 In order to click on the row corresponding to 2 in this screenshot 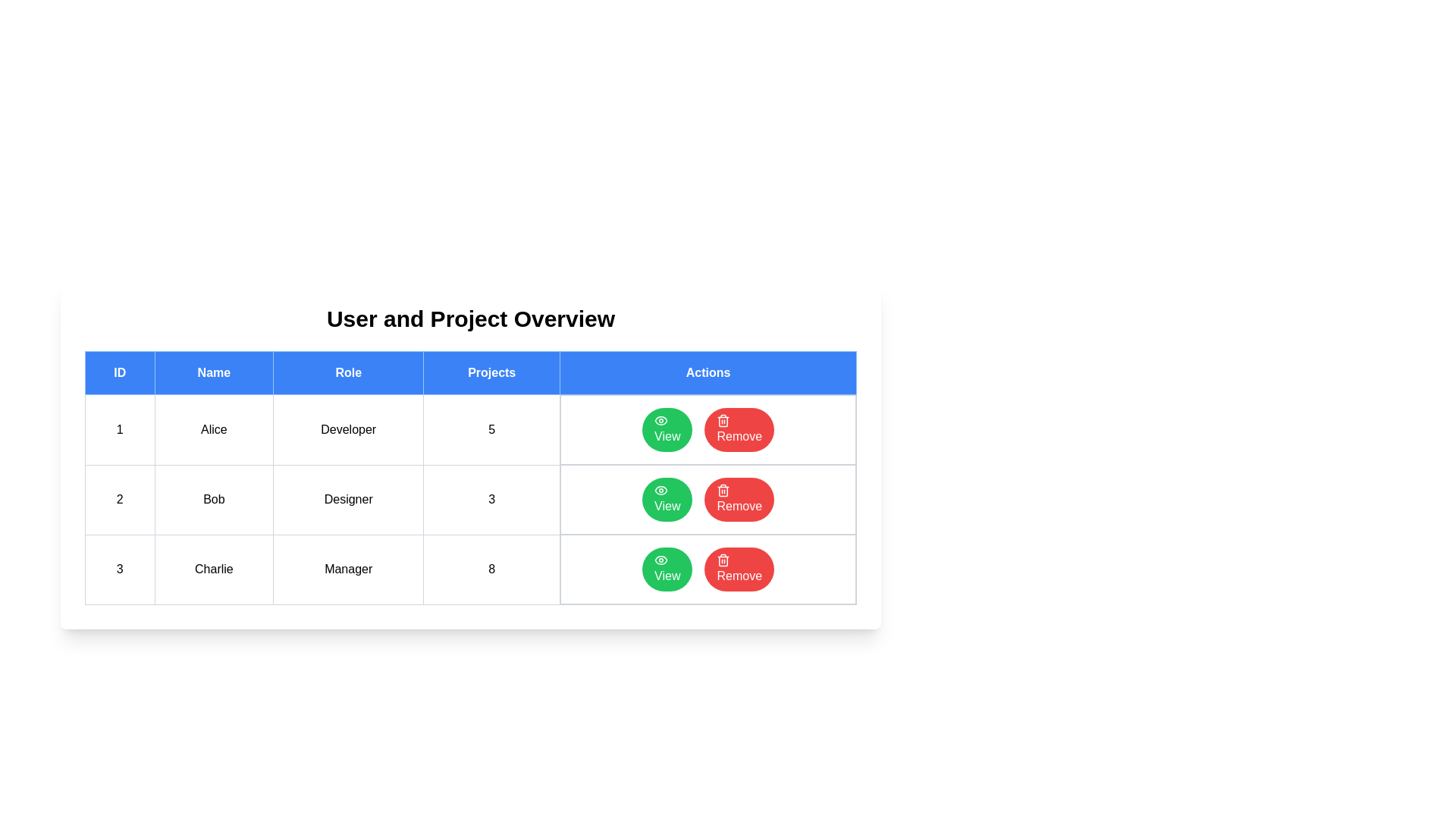, I will do `click(469, 500)`.